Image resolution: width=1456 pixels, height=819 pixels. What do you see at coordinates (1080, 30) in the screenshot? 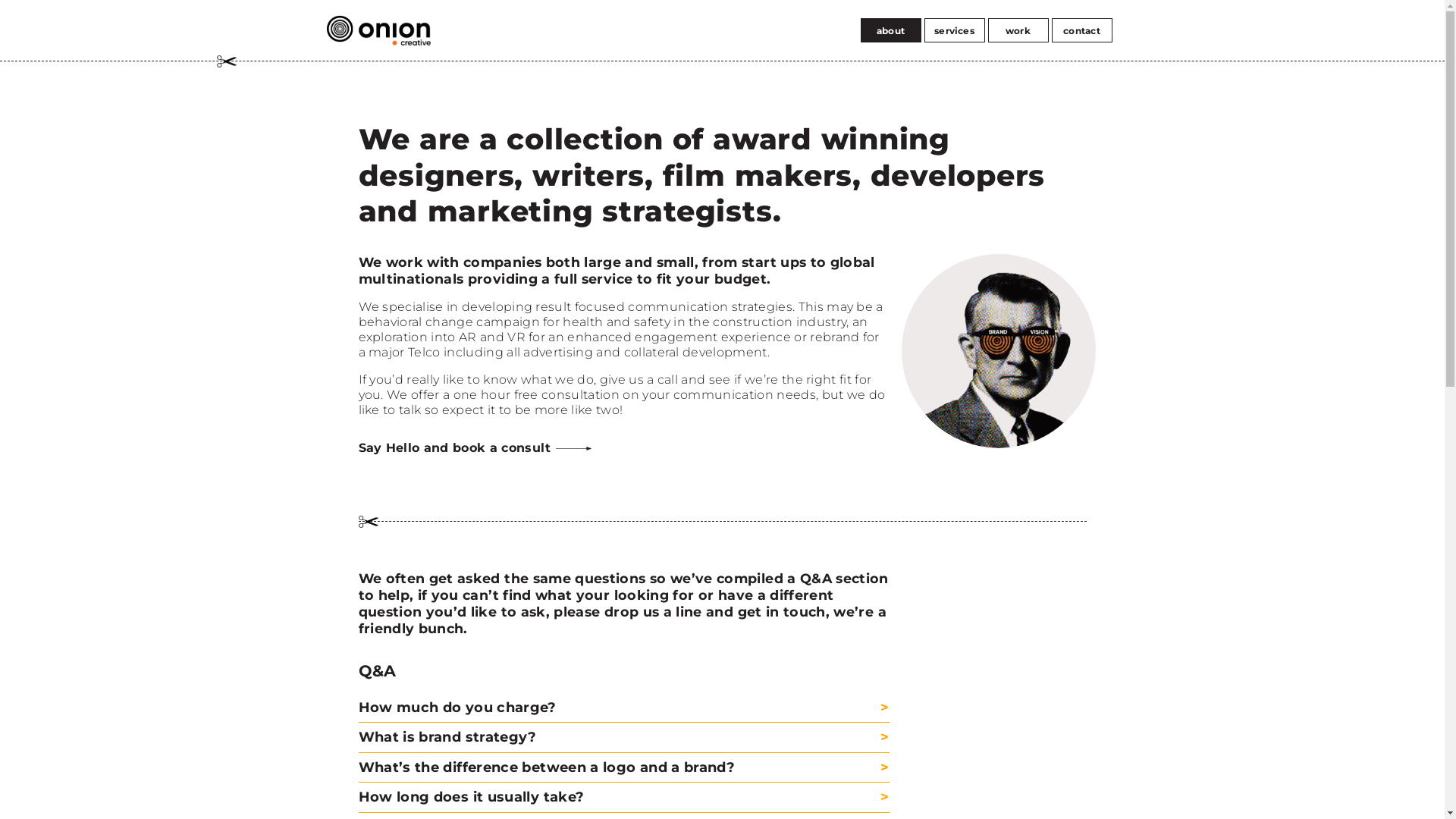
I see `'contact'` at bounding box center [1080, 30].